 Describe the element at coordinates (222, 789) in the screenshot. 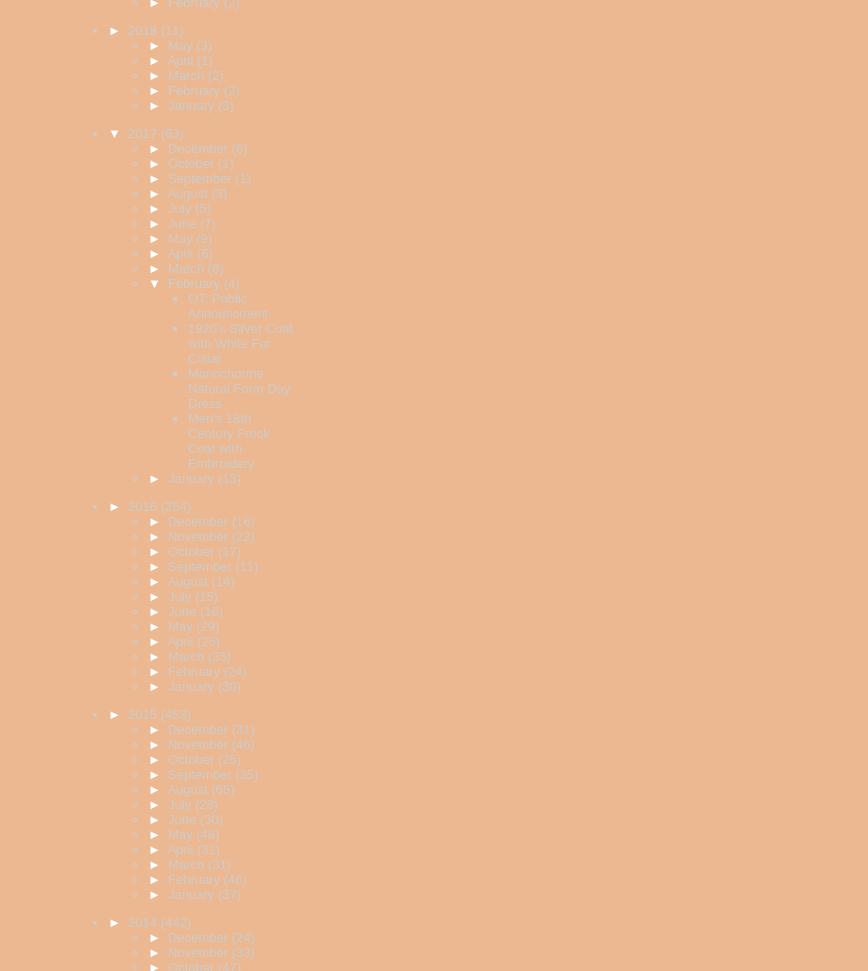

I see `'(65)'` at that location.